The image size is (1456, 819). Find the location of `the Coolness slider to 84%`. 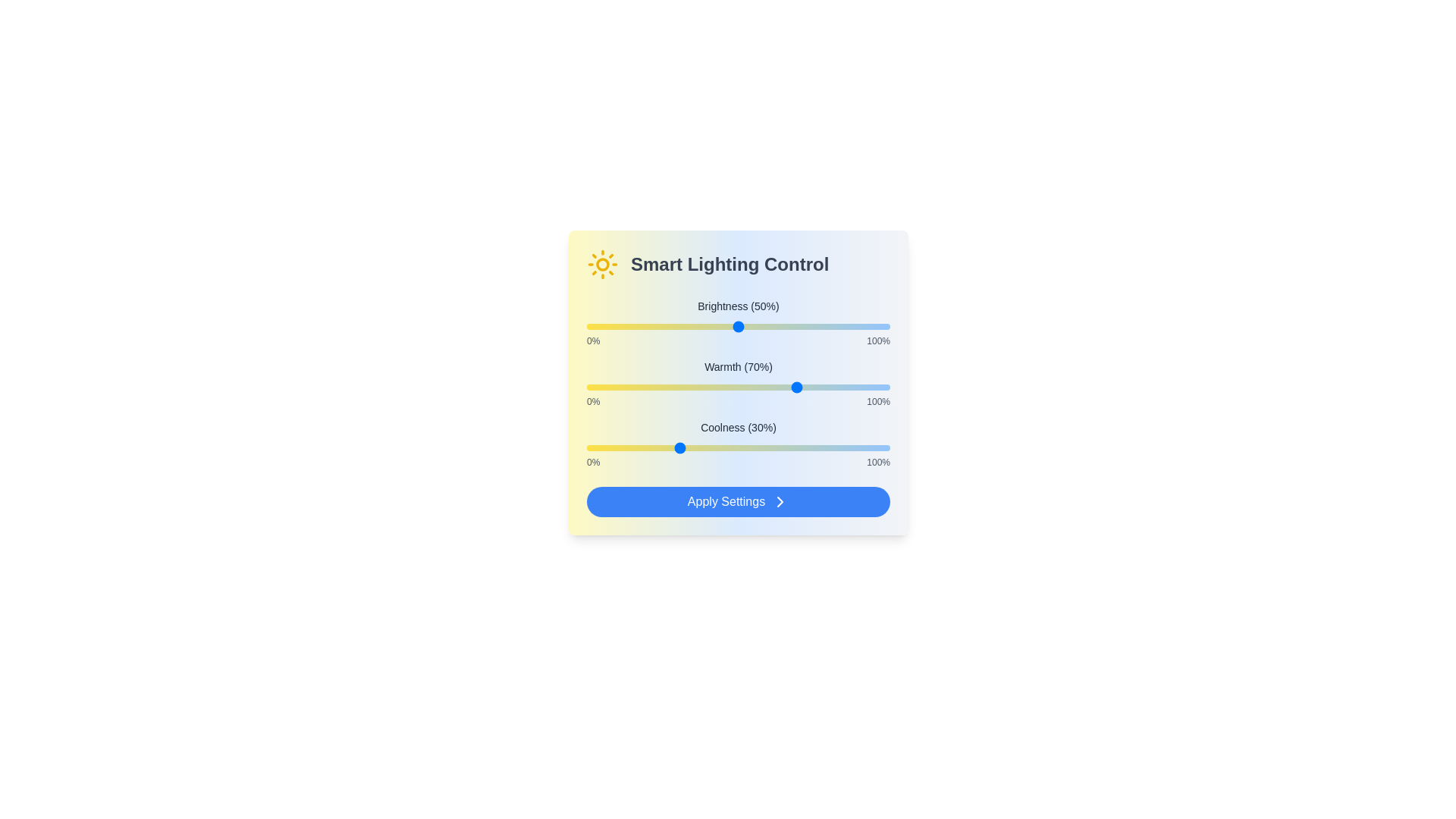

the Coolness slider to 84% is located at coordinates (840, 447).